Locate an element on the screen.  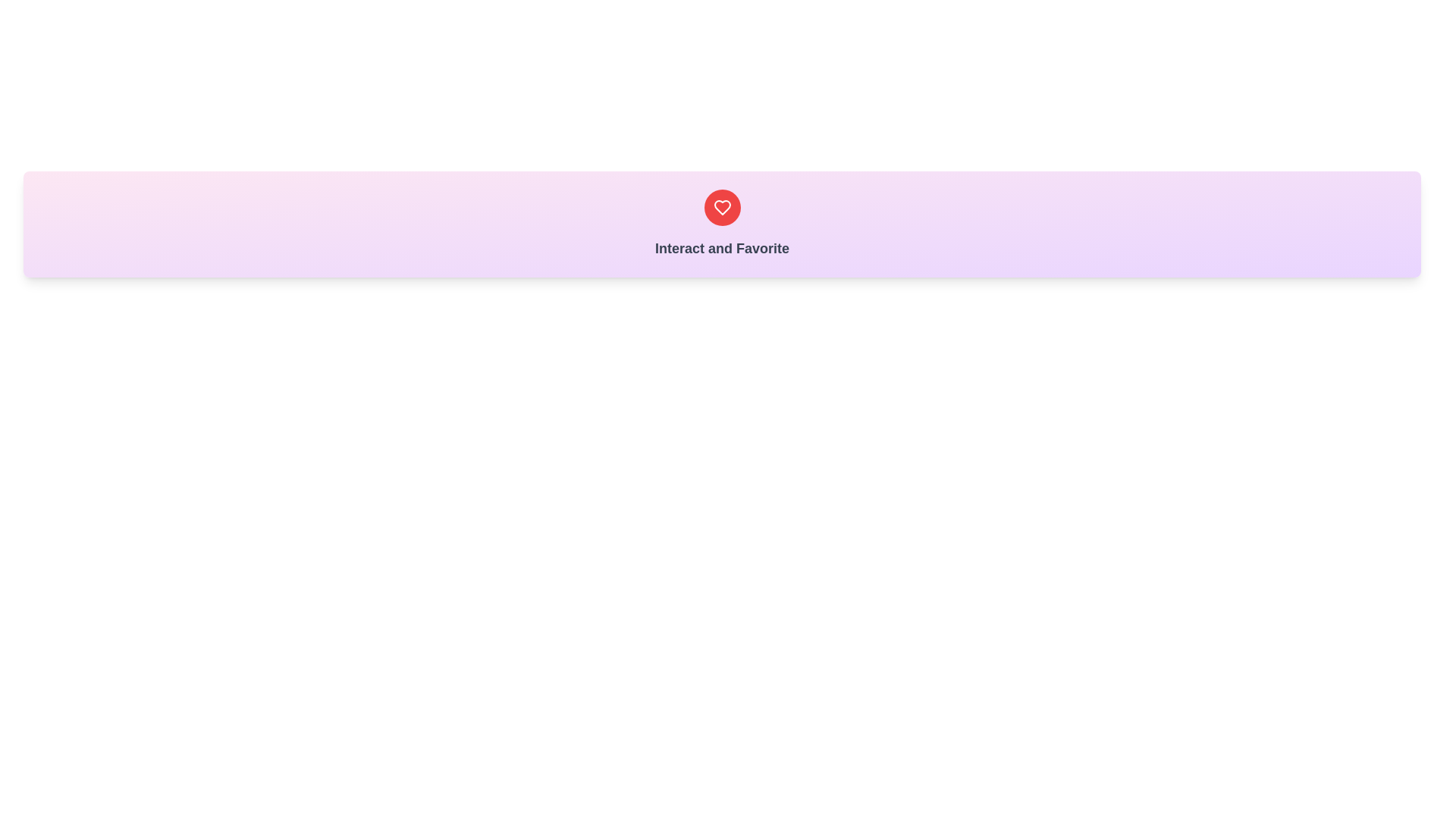
the favorite button, which is positioned above the text label 'Interact and Favorite' is located at coordinates (721, 207).